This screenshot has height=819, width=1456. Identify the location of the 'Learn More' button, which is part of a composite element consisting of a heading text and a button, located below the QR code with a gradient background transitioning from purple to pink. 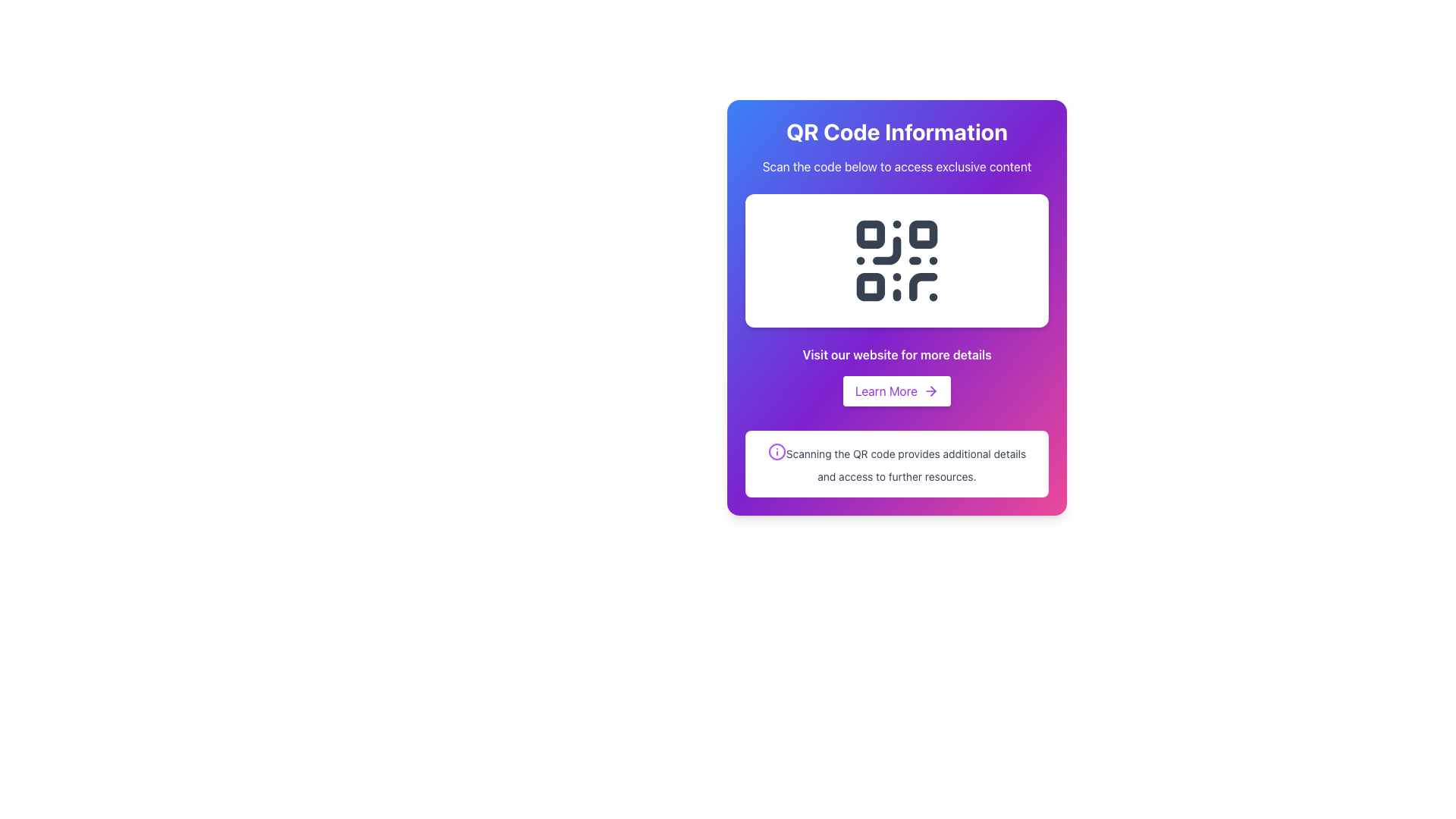
(896, 375).